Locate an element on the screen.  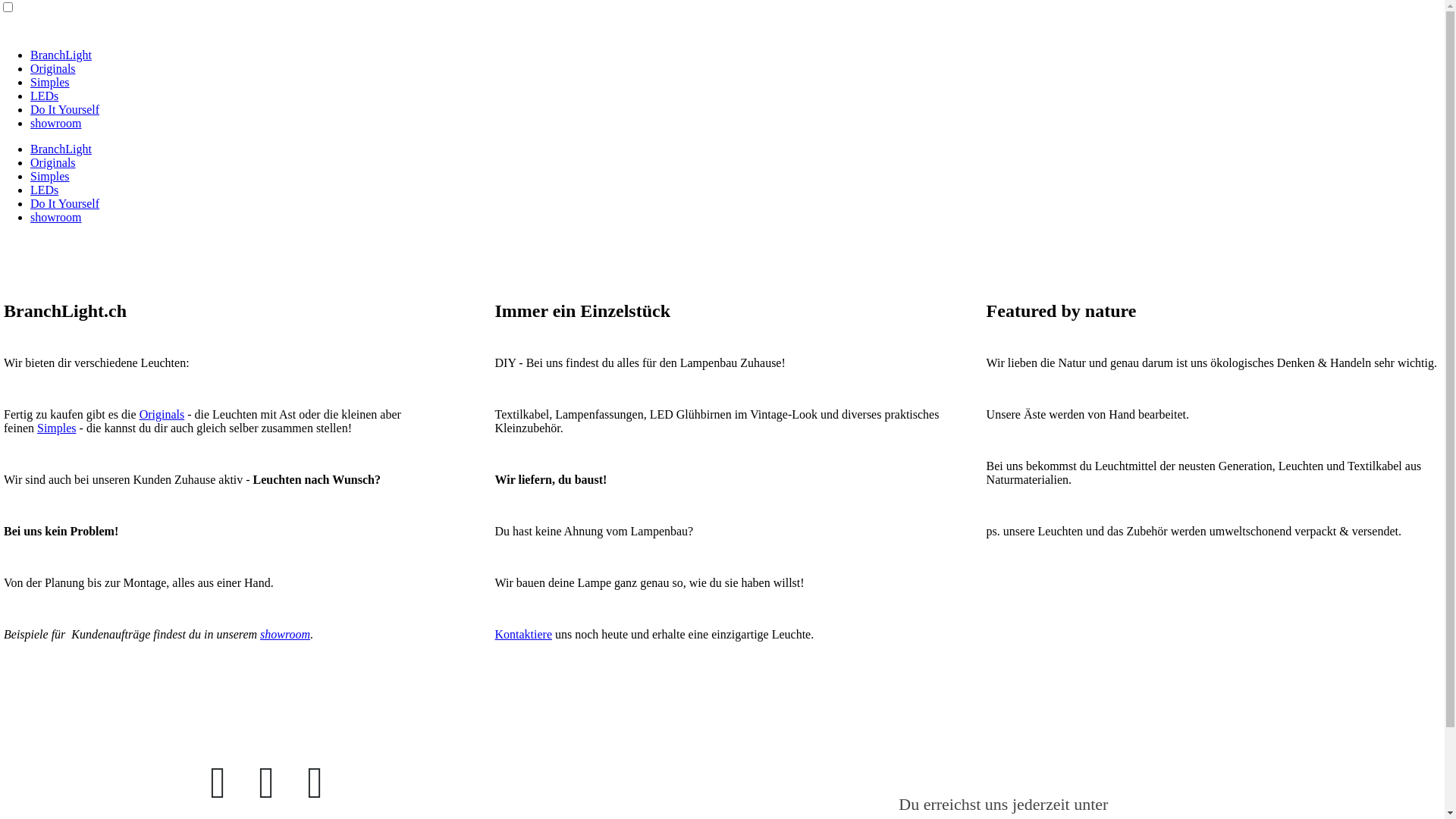
'LEDs' is located at coordinates (30, 189).